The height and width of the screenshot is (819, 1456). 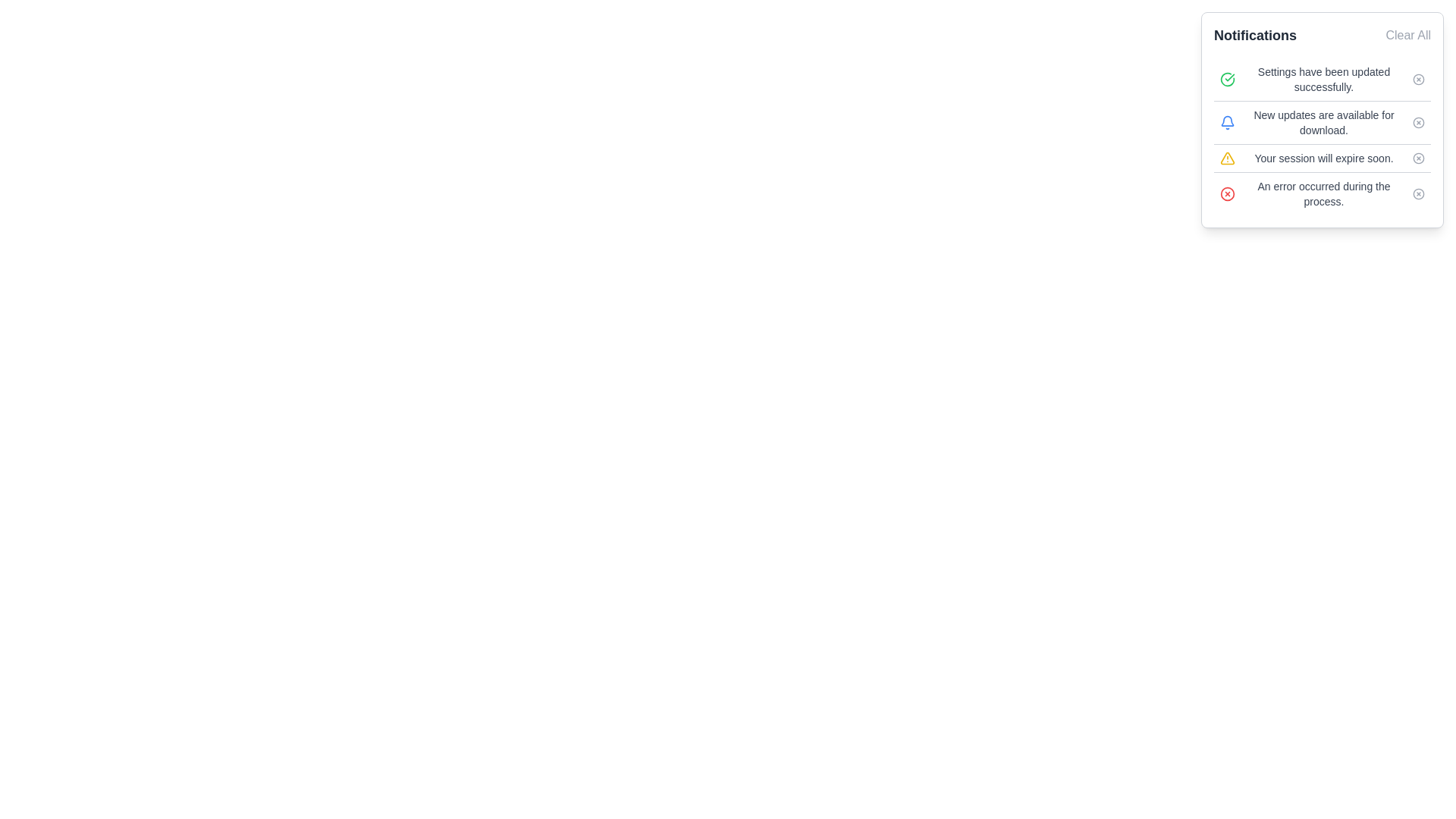 I want to click on the close button represented by a circle with a radius of 10 units, located at the top right corner of the notification panel, so click(x=1418, y=79).